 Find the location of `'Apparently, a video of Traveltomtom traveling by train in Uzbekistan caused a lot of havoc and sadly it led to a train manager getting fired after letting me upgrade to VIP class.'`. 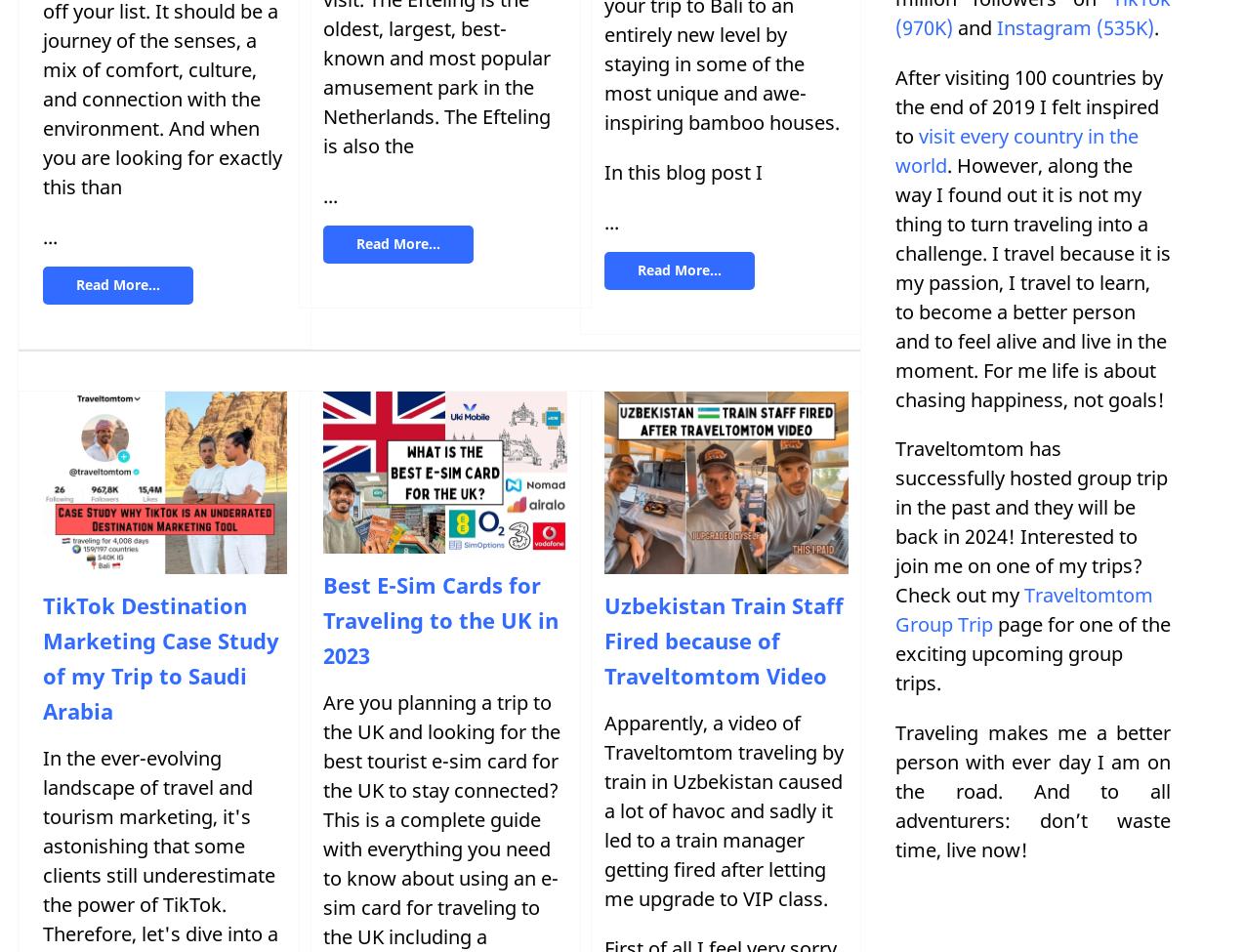

'Apparently, a video of Traveltomtom traveling by train in Uzbekistan caused a lot of havoc and sadly it led to a train manager getting fired after letting me upgrade to VIP class.' is located at coordinates (723, 810).